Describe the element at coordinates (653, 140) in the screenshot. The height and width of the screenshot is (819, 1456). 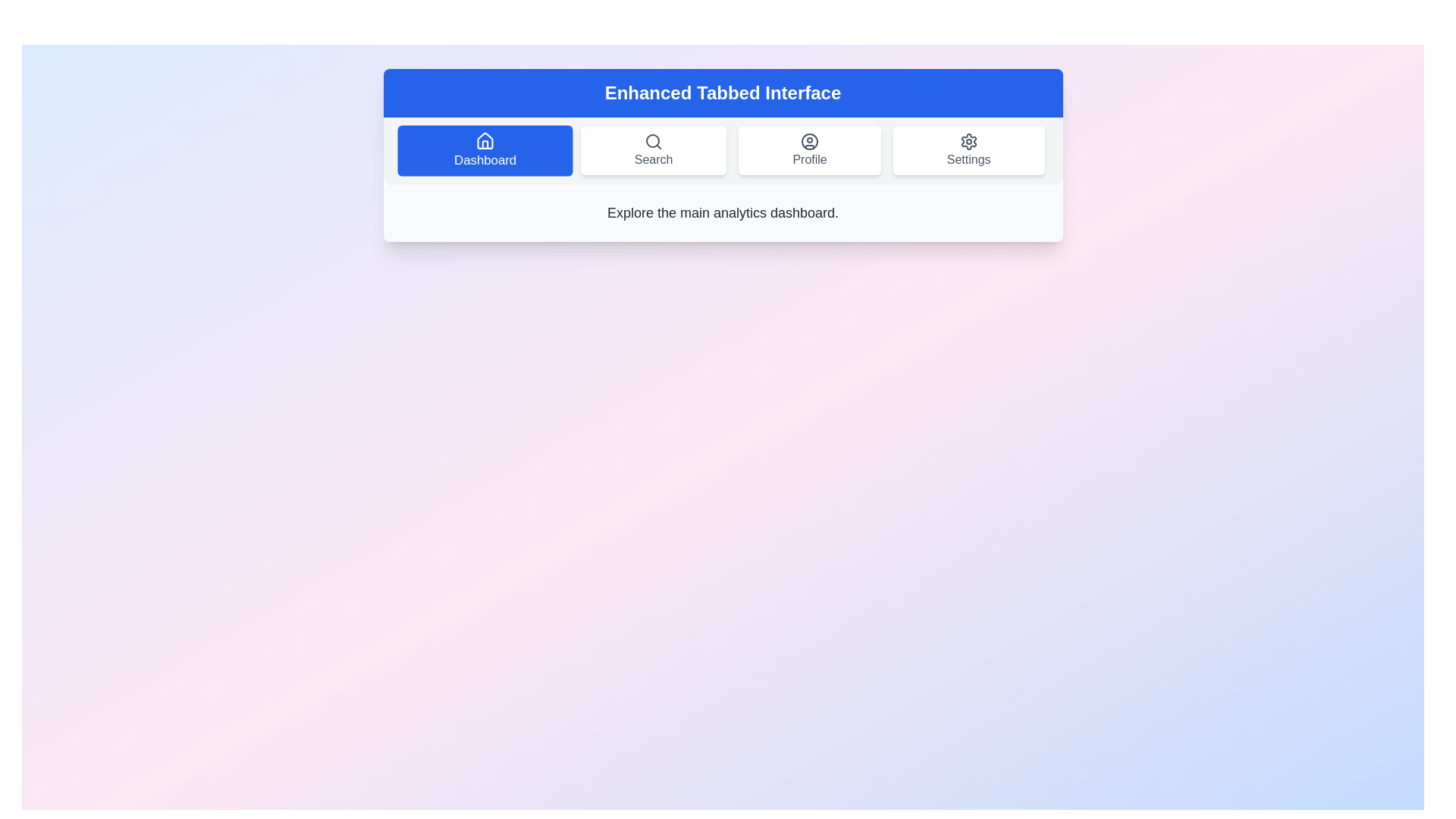
I see `the Circle graphic element that is part of the 'Search' tab icon` at that location.